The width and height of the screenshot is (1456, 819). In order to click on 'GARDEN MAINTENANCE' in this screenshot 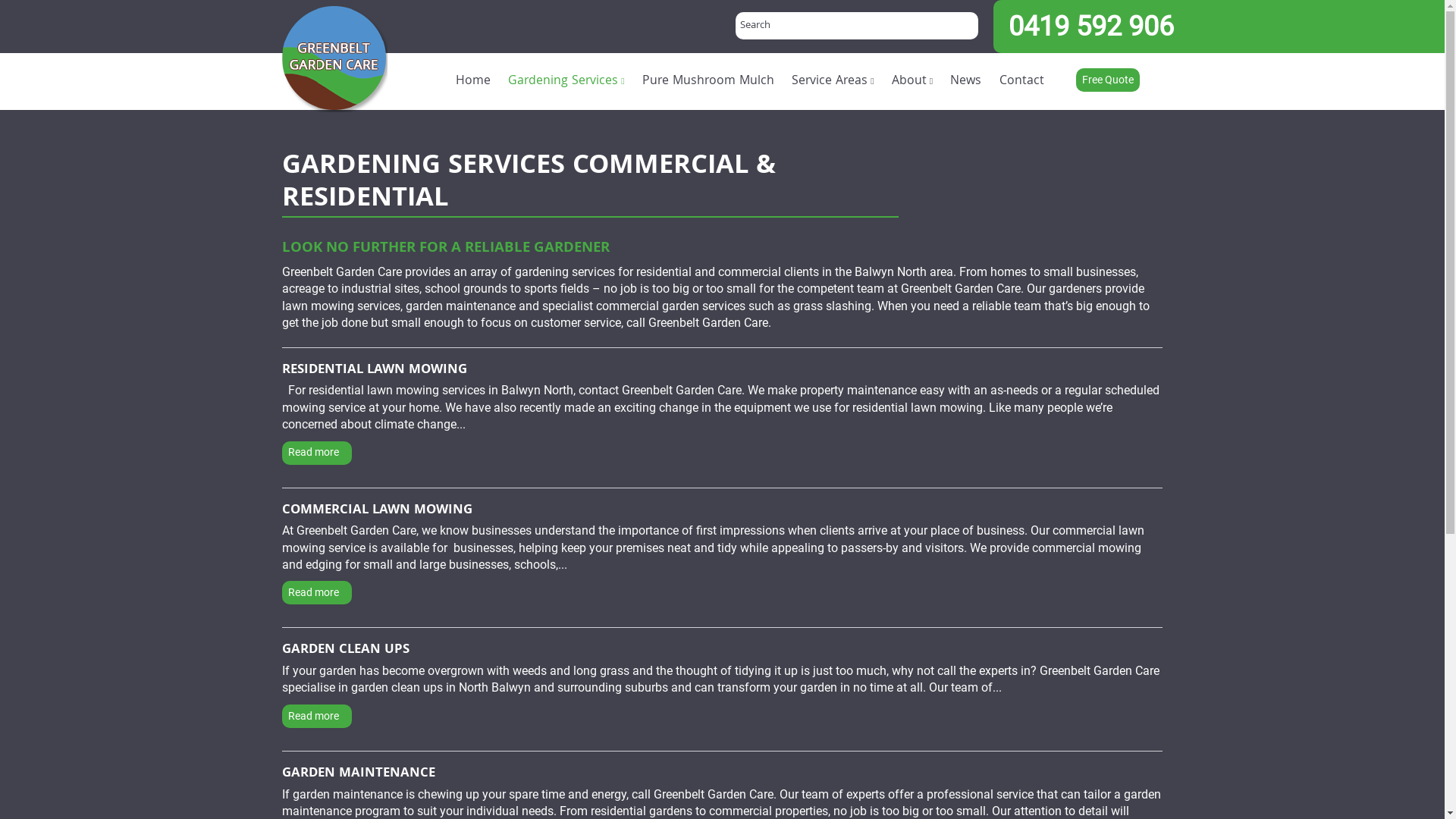, I will do `click(358, 774)`.